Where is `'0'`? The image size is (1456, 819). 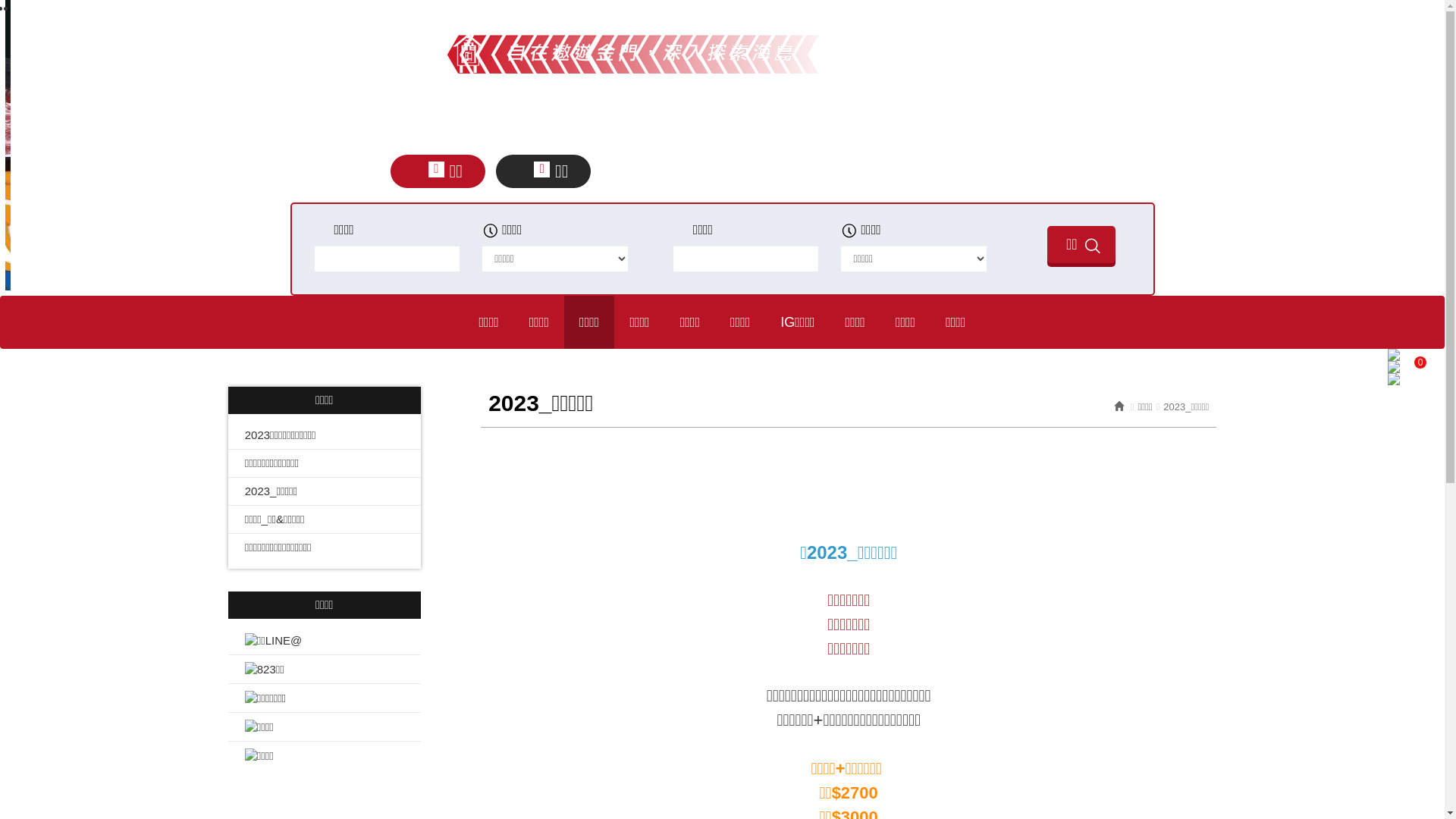 '0' is located at coordinates (1410, 354).